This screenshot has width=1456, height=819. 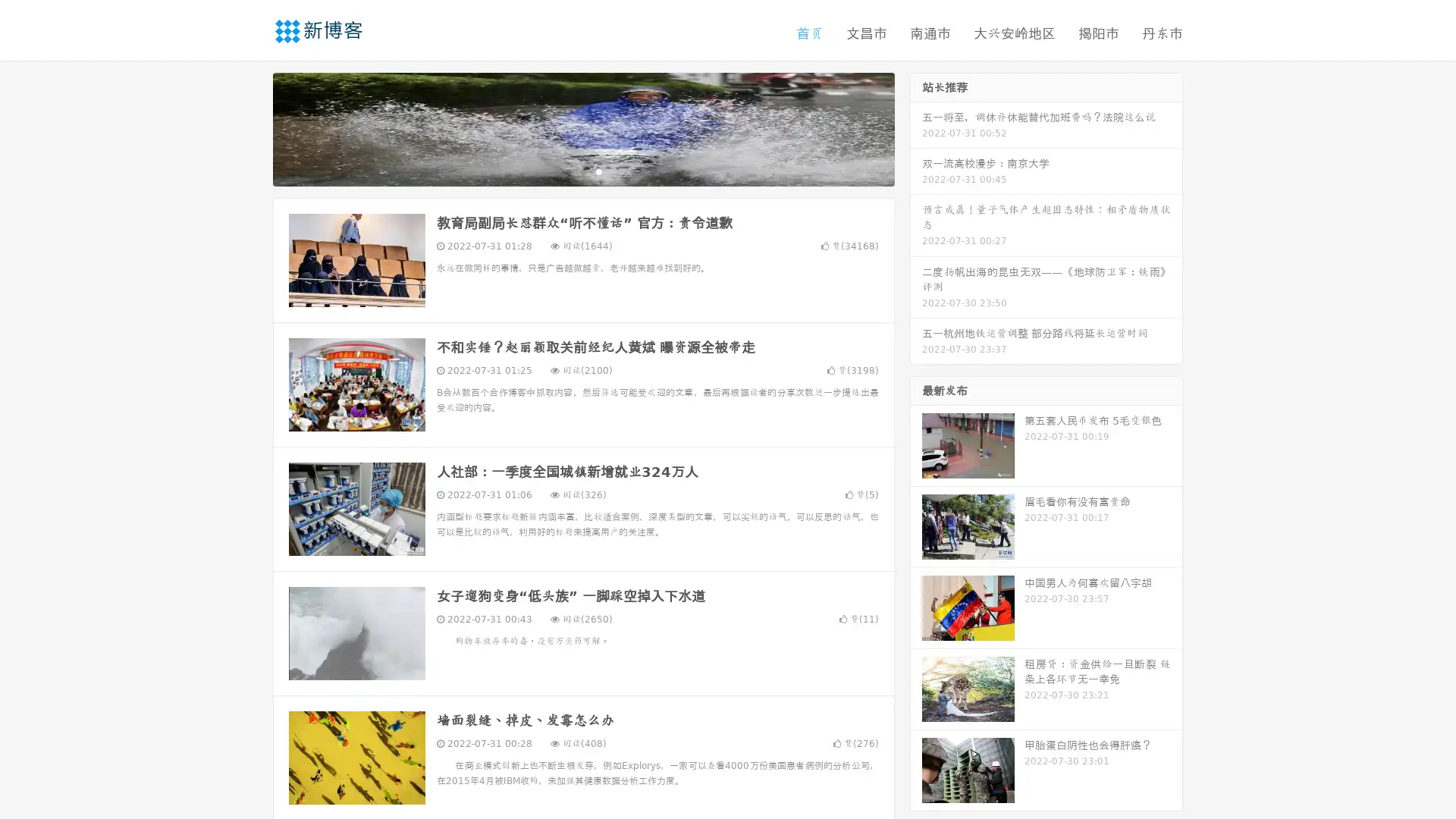 What do you see at coordinates (250, 127) in the screenshot?
I see `Previous slide` at bounding box center [250, 127].